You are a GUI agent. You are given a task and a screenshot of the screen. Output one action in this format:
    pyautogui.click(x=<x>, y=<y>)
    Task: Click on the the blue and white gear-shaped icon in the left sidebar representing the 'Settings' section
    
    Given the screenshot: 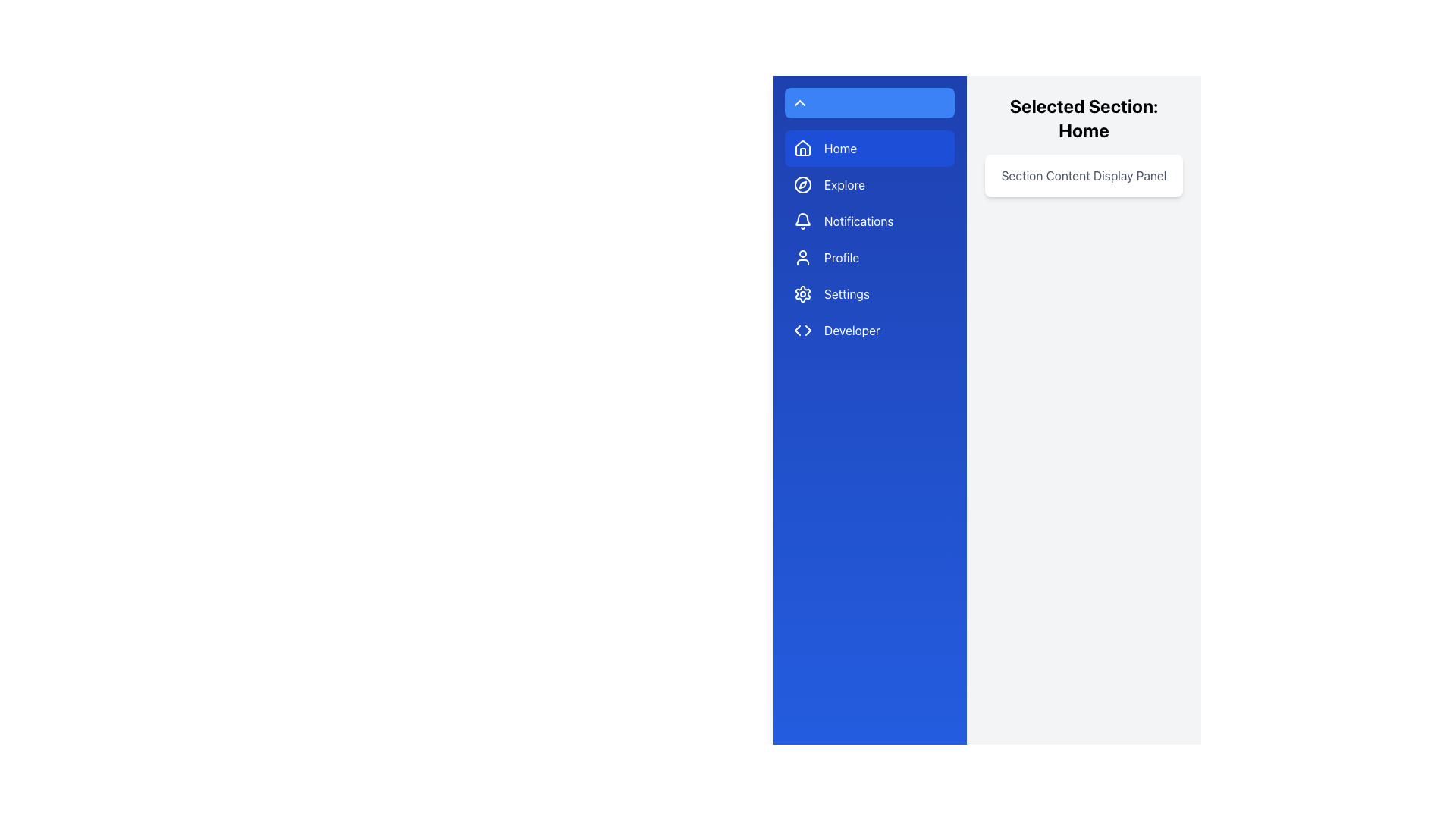 What is the action you would take?
    pyautogui.click(x=802, y=294)
    